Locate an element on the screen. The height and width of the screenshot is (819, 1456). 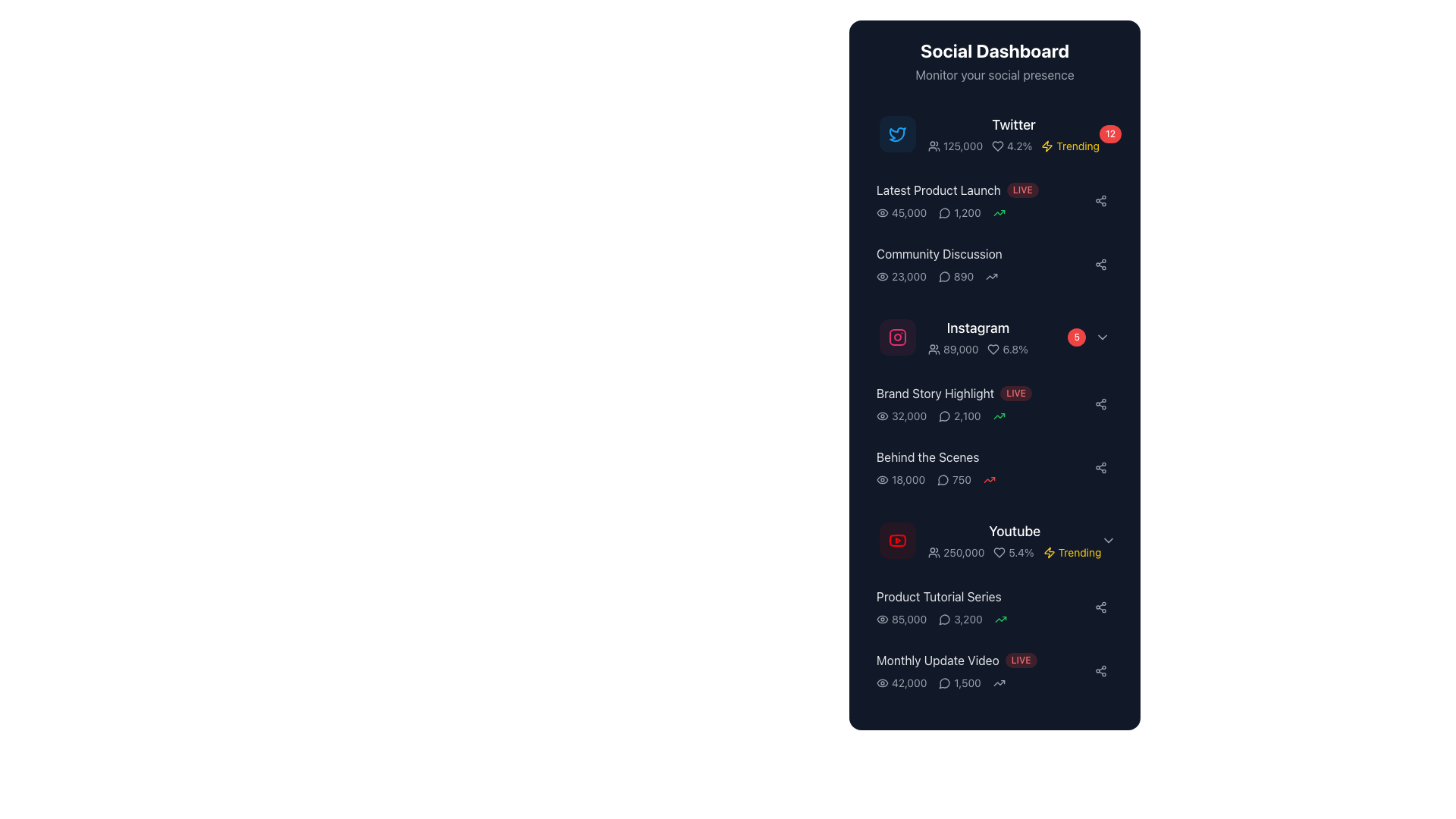
the 'Twitter' information display panel located at the top of the vertical list, which features bold white text and an icon adjacent to it is located at coordinates (1014, 133).